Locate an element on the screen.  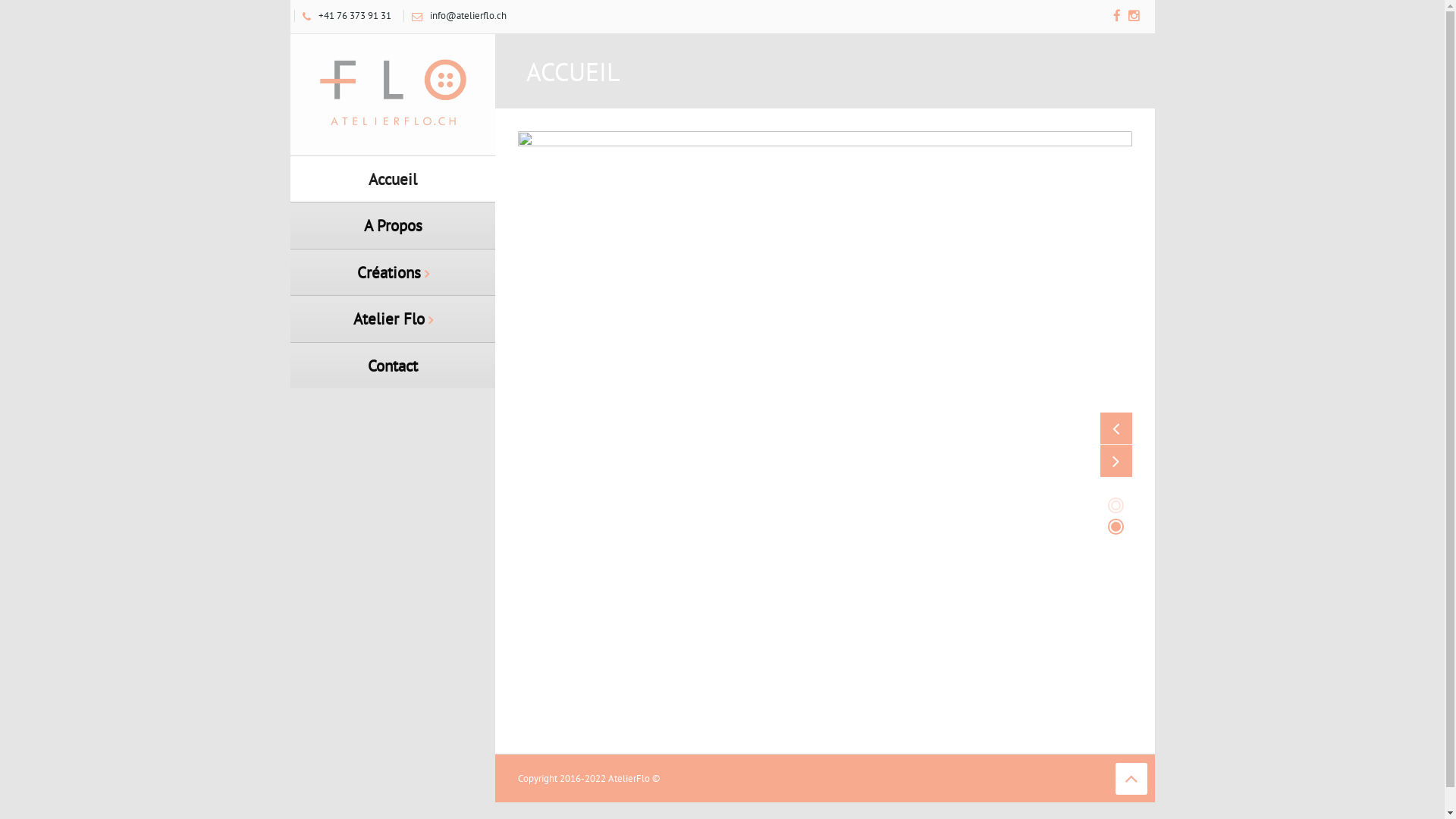
'info@atelierflo.ch' is located at coordinates (453, 15).